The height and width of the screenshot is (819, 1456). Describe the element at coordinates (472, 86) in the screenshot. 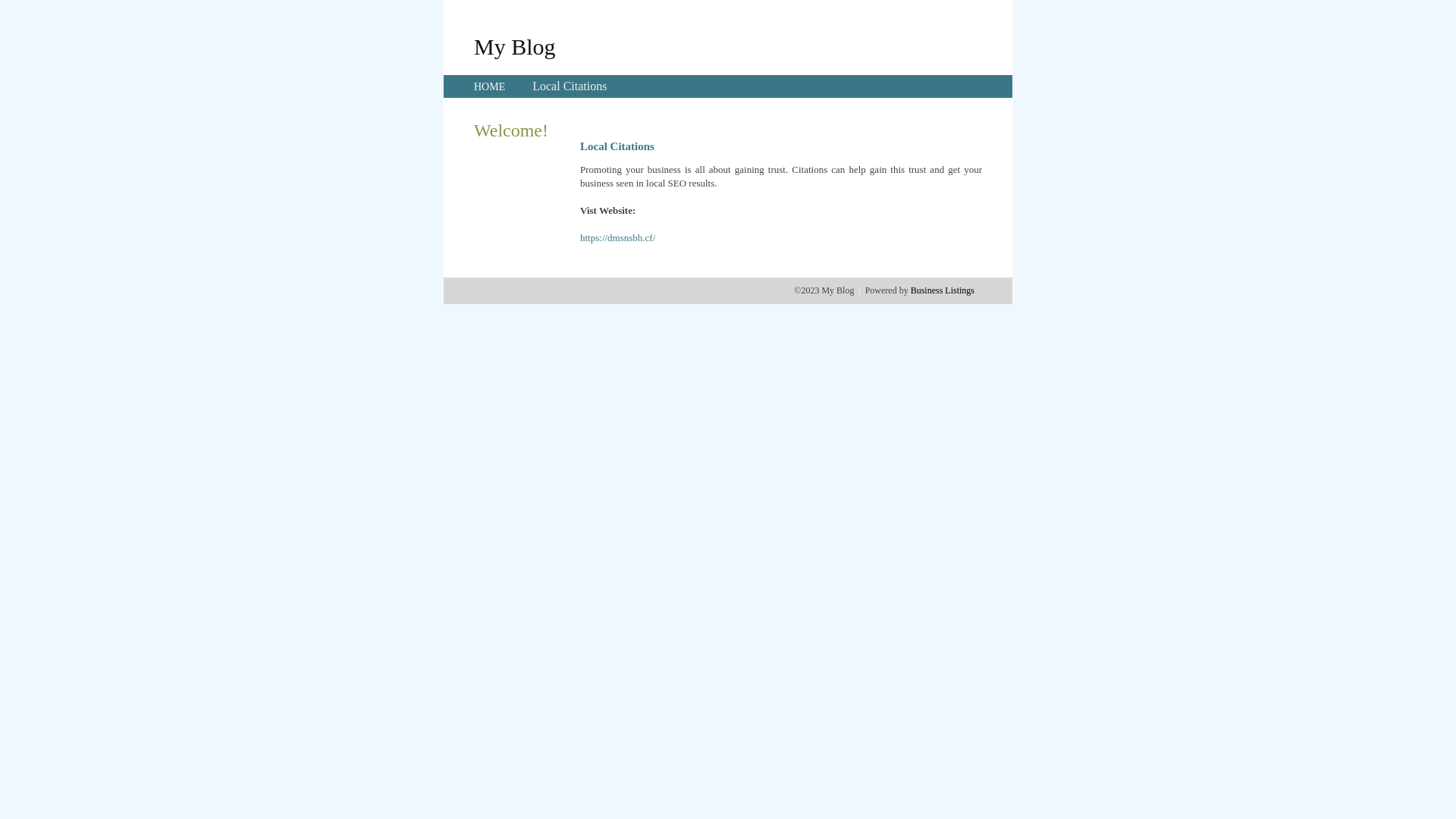

I see `'HOME'` at that location.